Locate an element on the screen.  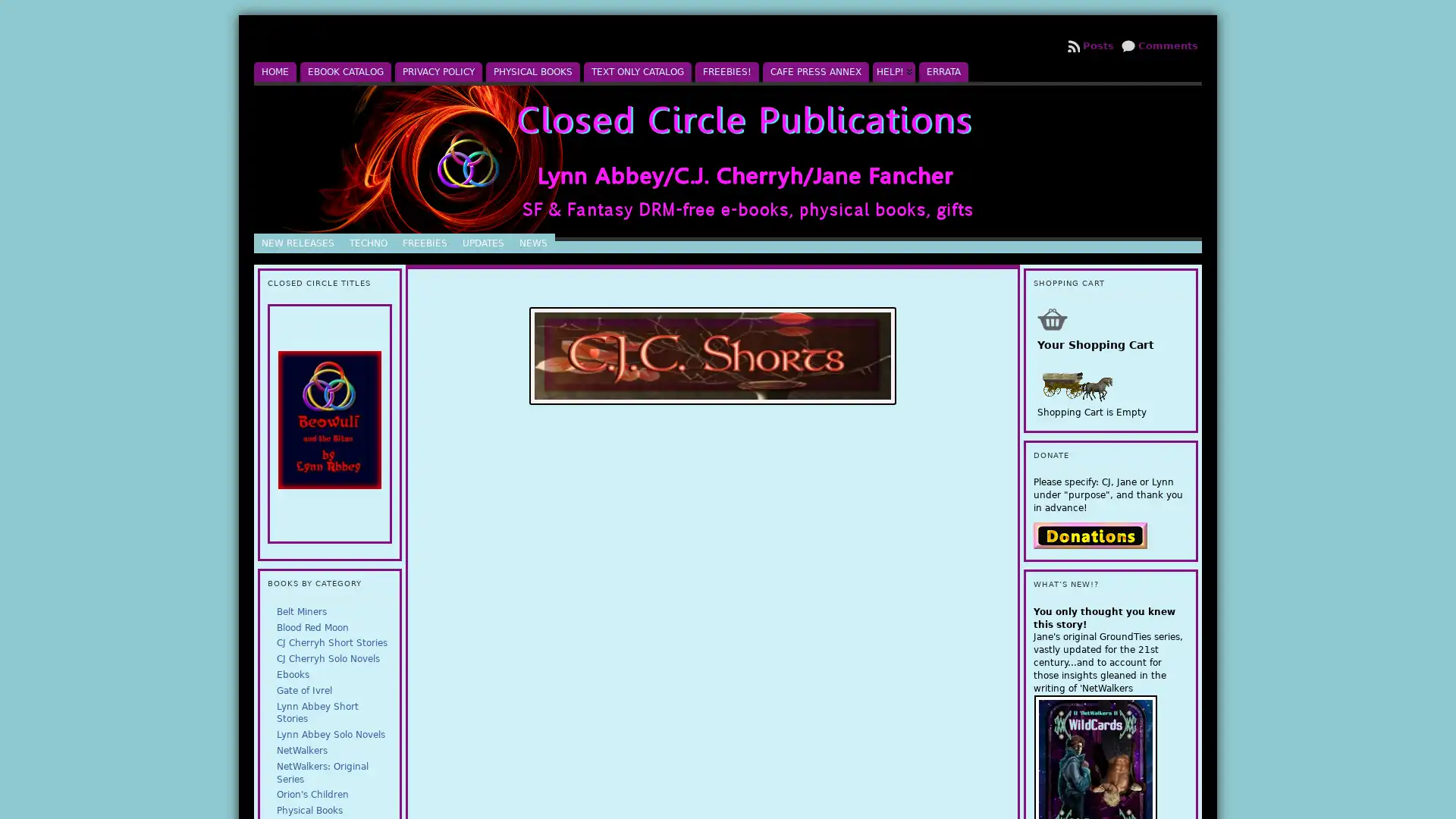
PayPal - The safer, easier way to pay online. is located at coordinates (1088, 534).